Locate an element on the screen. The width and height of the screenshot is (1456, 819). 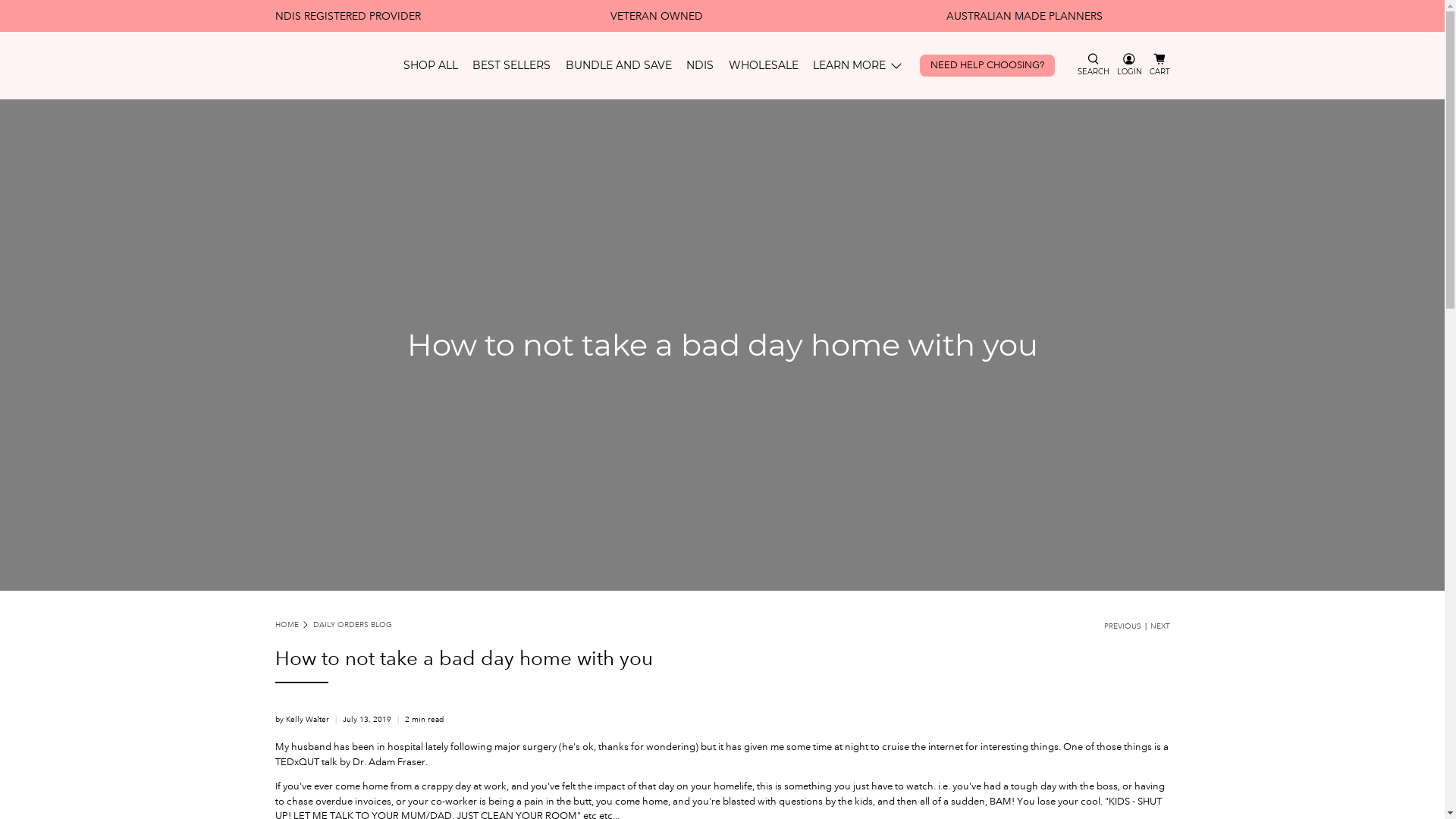
'DAILY ORDERS BLOG' is located at coordinates (352, 625).